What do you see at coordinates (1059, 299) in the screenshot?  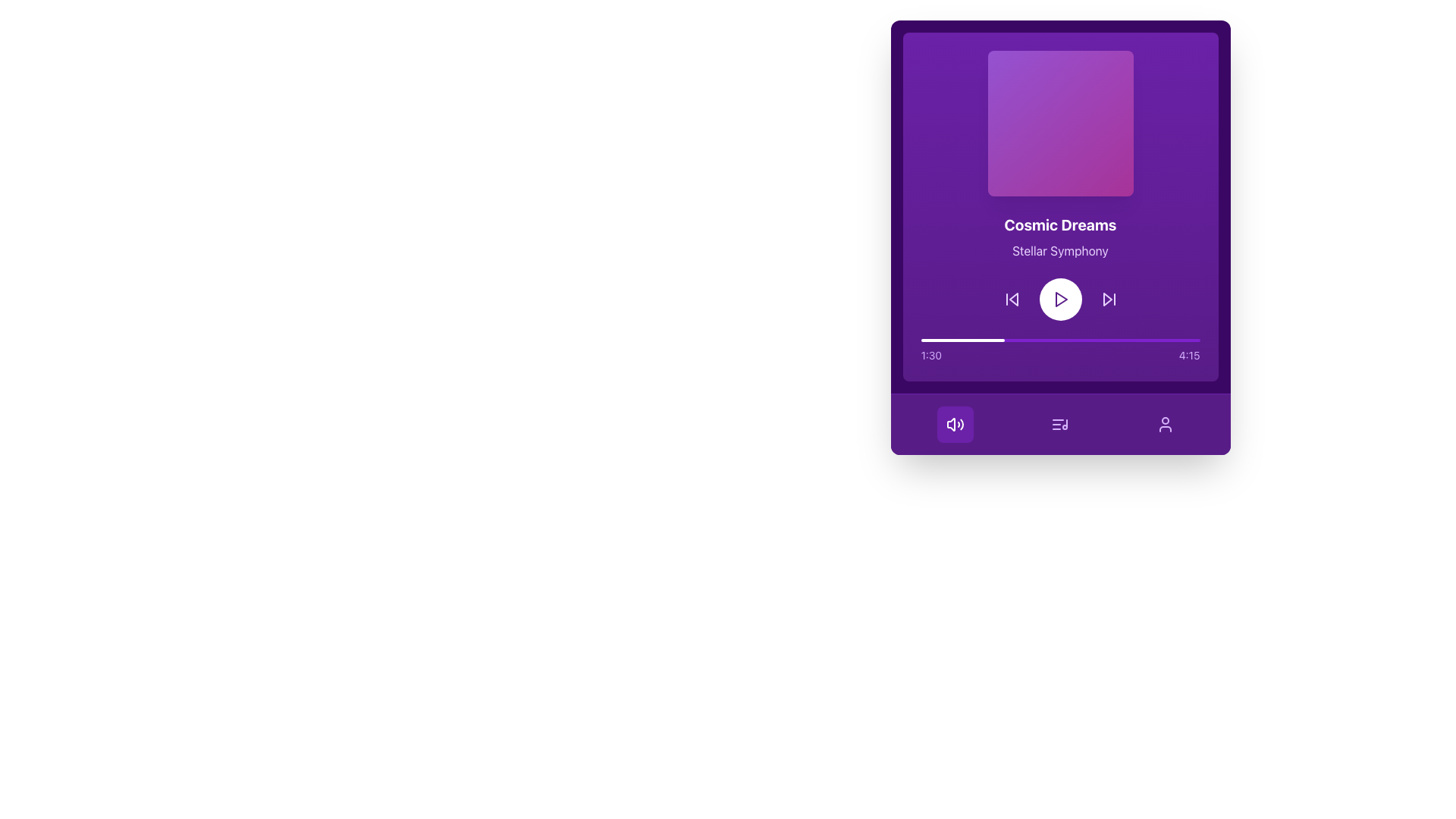 I see `the circular play button with a white background and purple play icon in the center of a music player interface for keyboard activation` at bounding box center [1059, 299].